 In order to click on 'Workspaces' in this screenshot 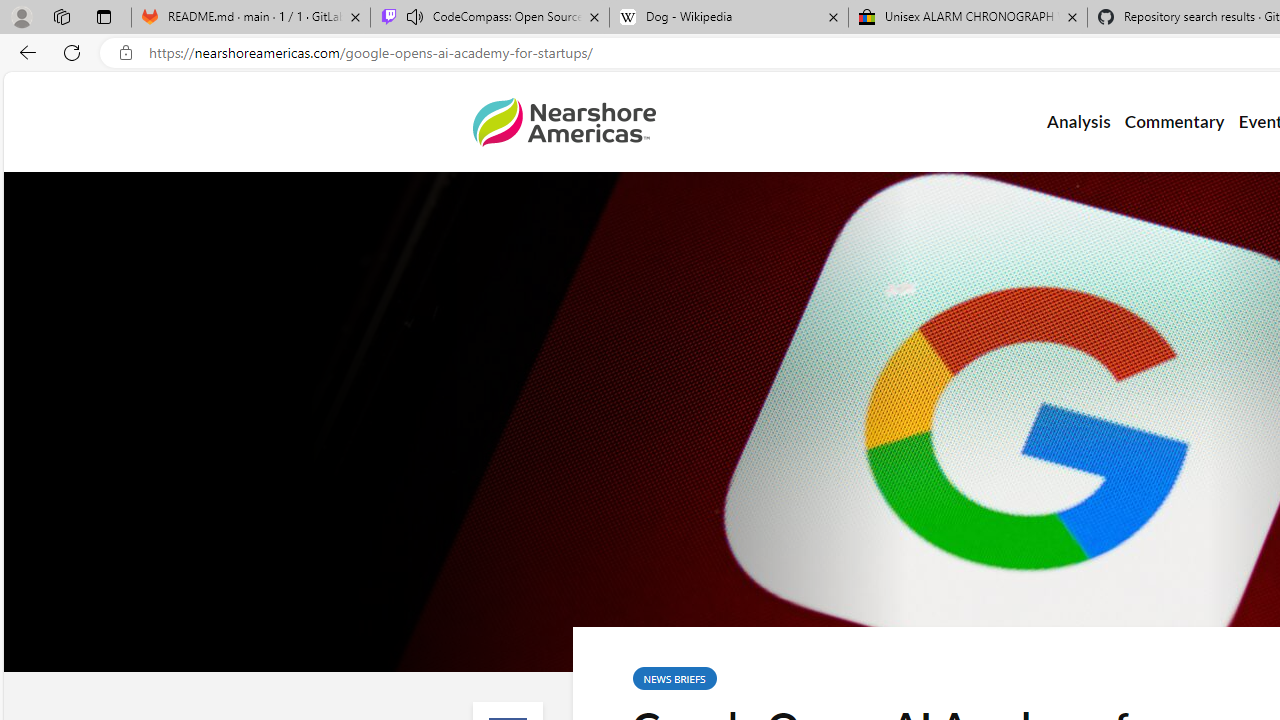, I will do `click(61, 16)`.